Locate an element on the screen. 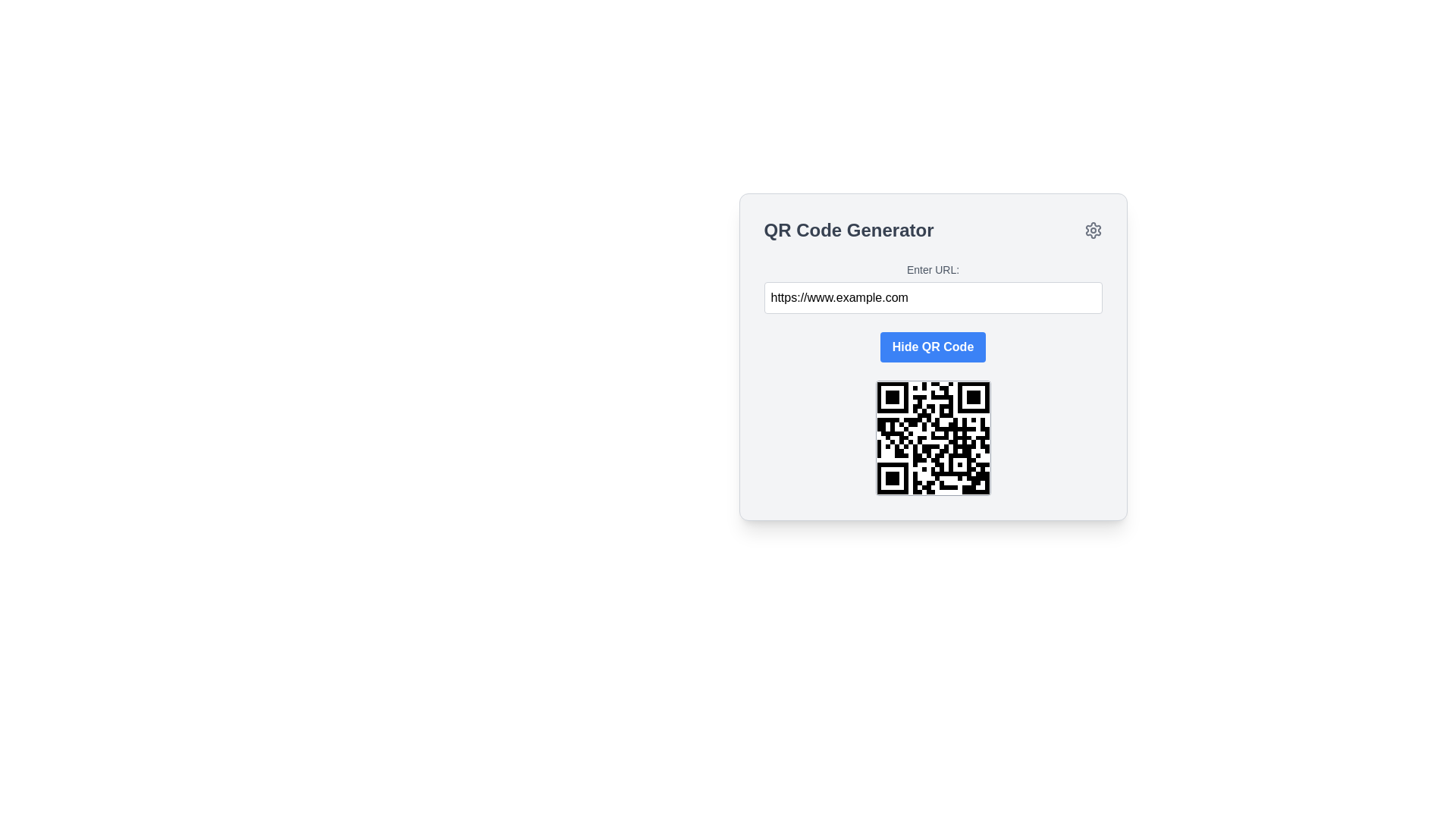 The height and width of the screenshot is (819, 1456). the settings gear icon located at the top-right corner of the application header, next to the 'QR Code Generator' text is located at coordinates (1093, 231).